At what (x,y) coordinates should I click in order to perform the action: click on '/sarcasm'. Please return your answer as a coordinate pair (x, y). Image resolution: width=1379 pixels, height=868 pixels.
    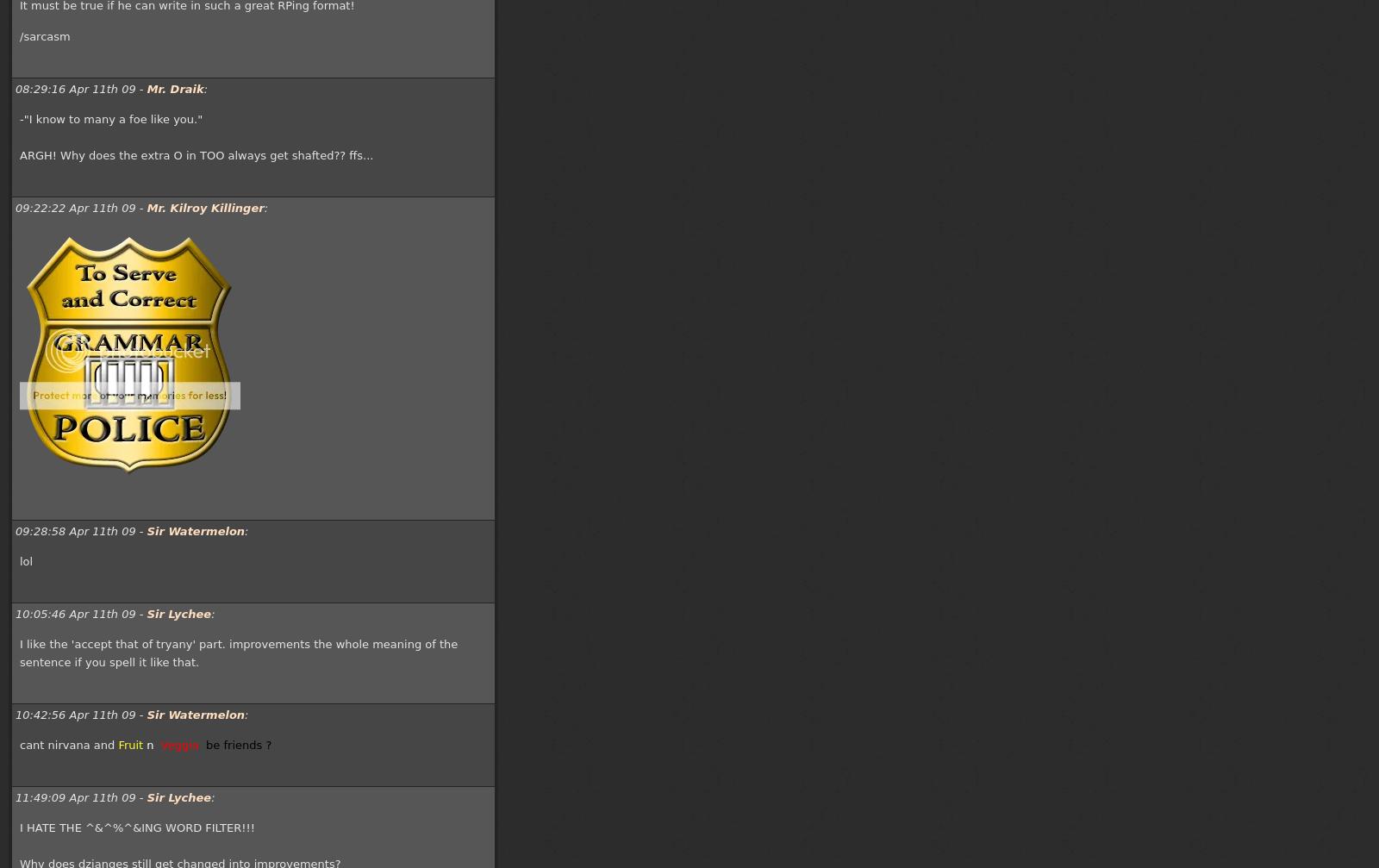
    Looking at the image, I should click on (19, 36).